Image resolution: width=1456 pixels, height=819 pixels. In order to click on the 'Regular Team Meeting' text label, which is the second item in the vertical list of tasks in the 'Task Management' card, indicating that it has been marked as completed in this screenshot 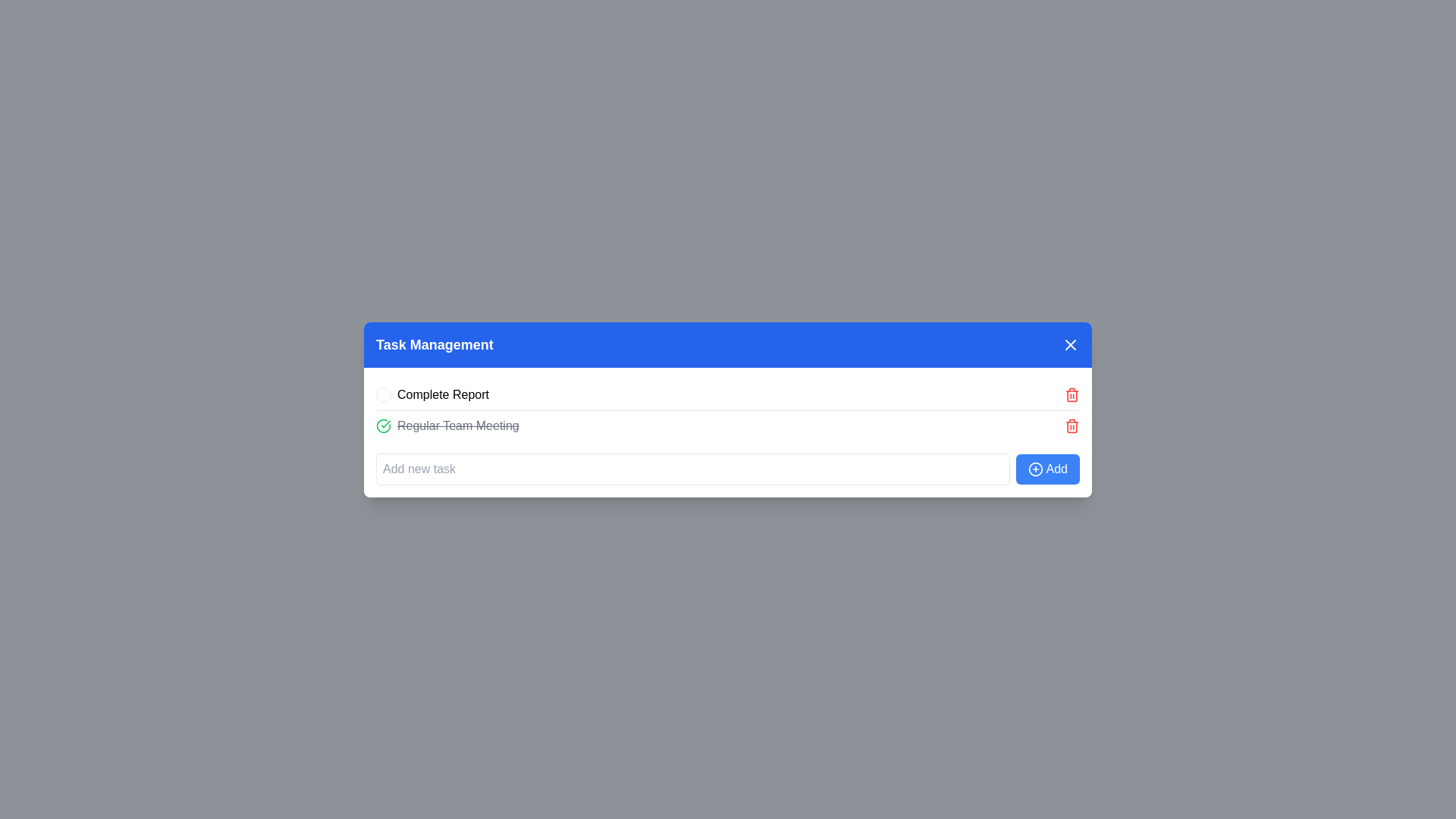, I will do `click(457, 425)`.